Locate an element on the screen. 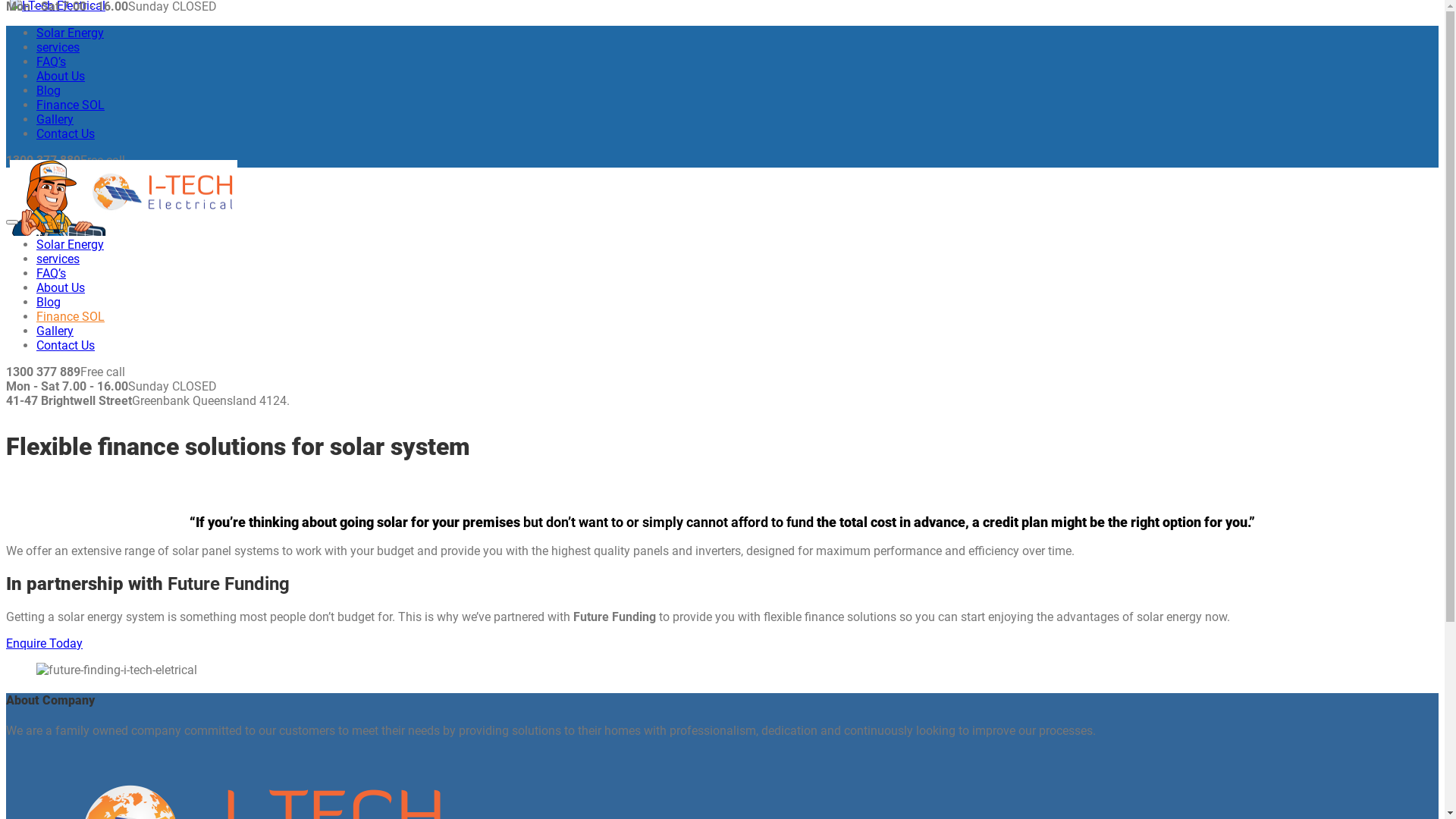 This screenshot has width=1456, height=819. 'Solar Energy' is located at coordinates (69, 243).